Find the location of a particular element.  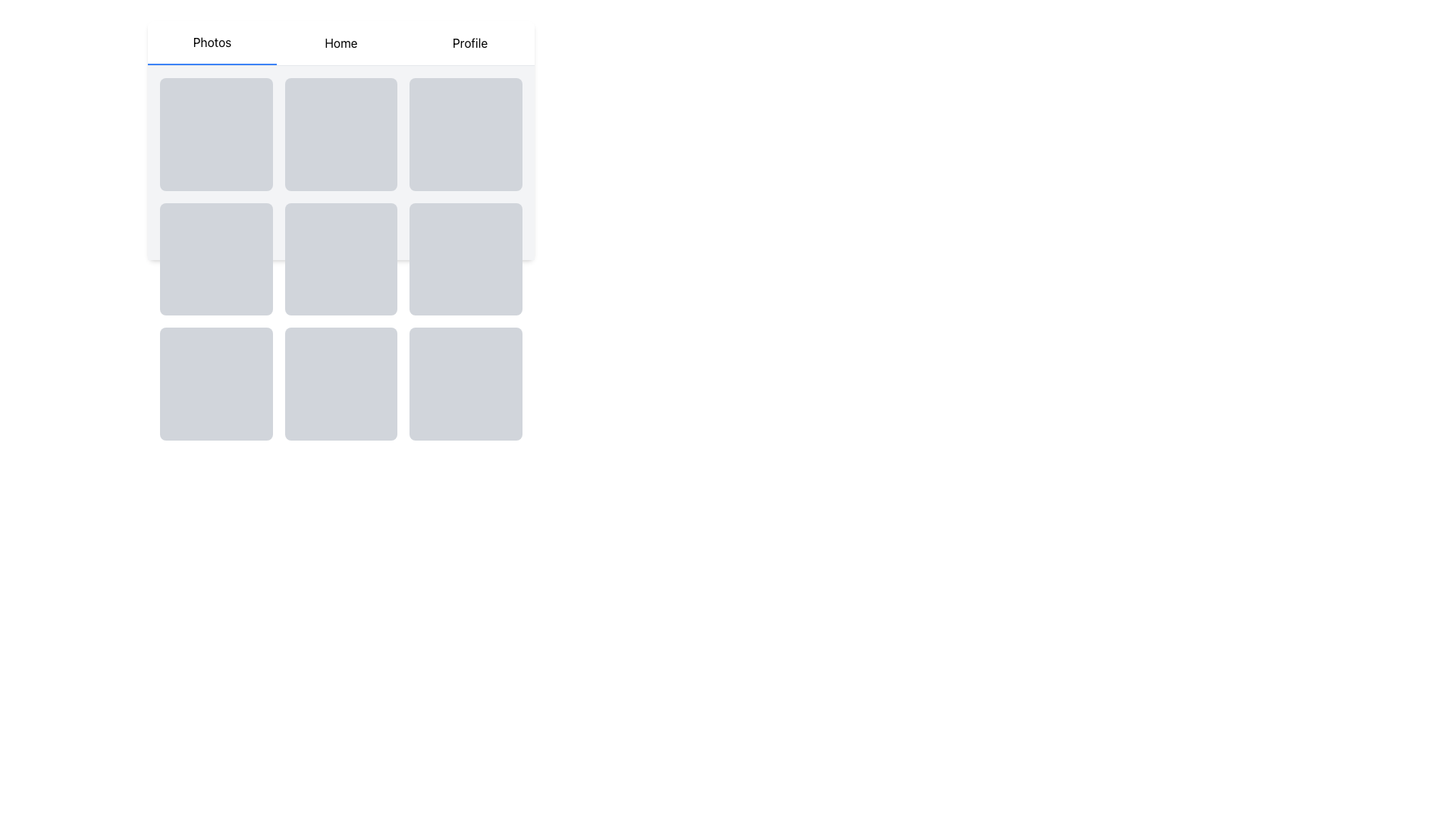

the second box in the first row of a 3x3 grid layout, which acts as a non-interactive placeholder is located at coordinates (340, 133).